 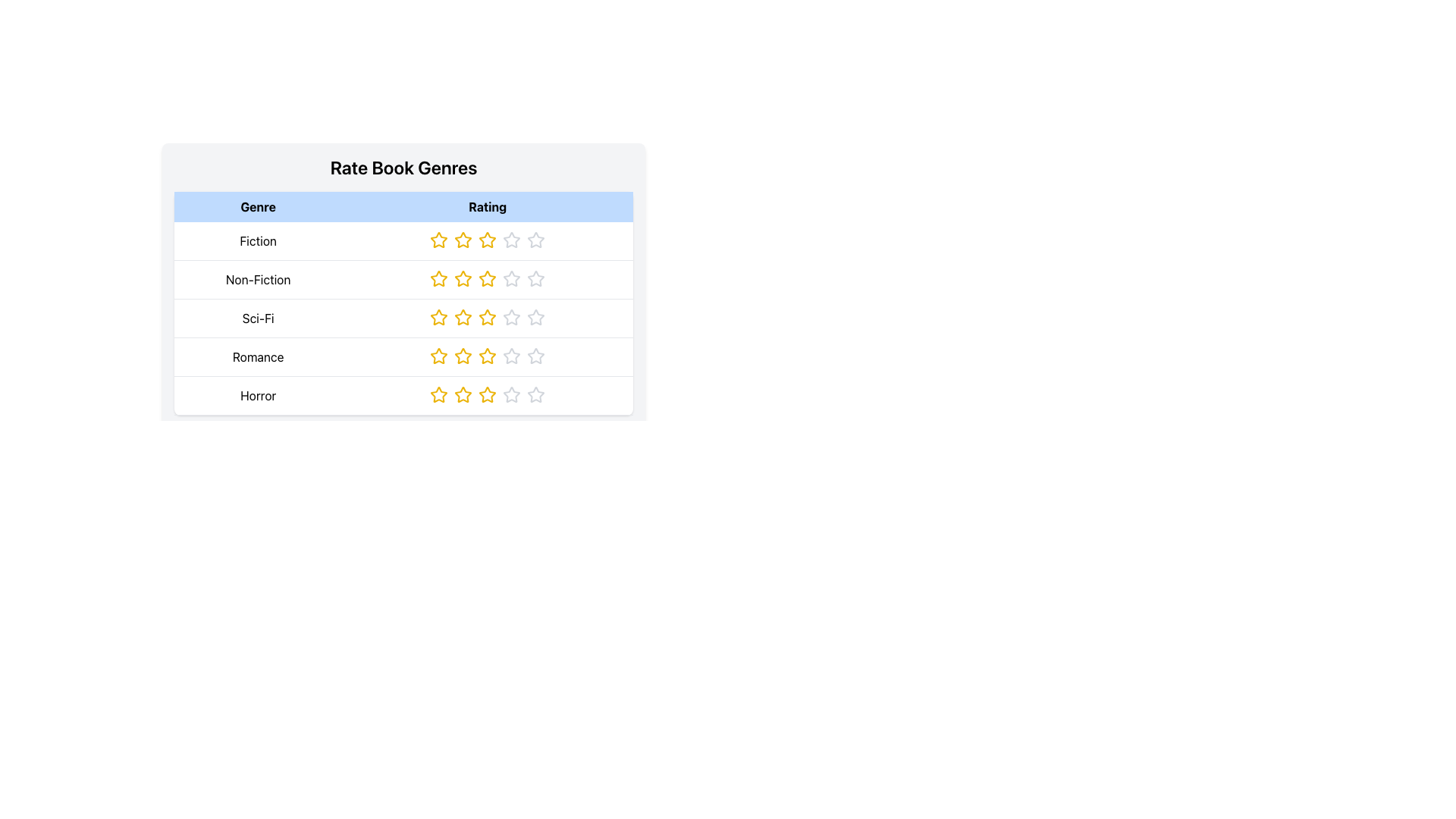 I want to click on the first yellow star icon in the 'Rating' column of the 'Horror' row in the 'Rate Book Genres' table, so click(x=438, y=394).